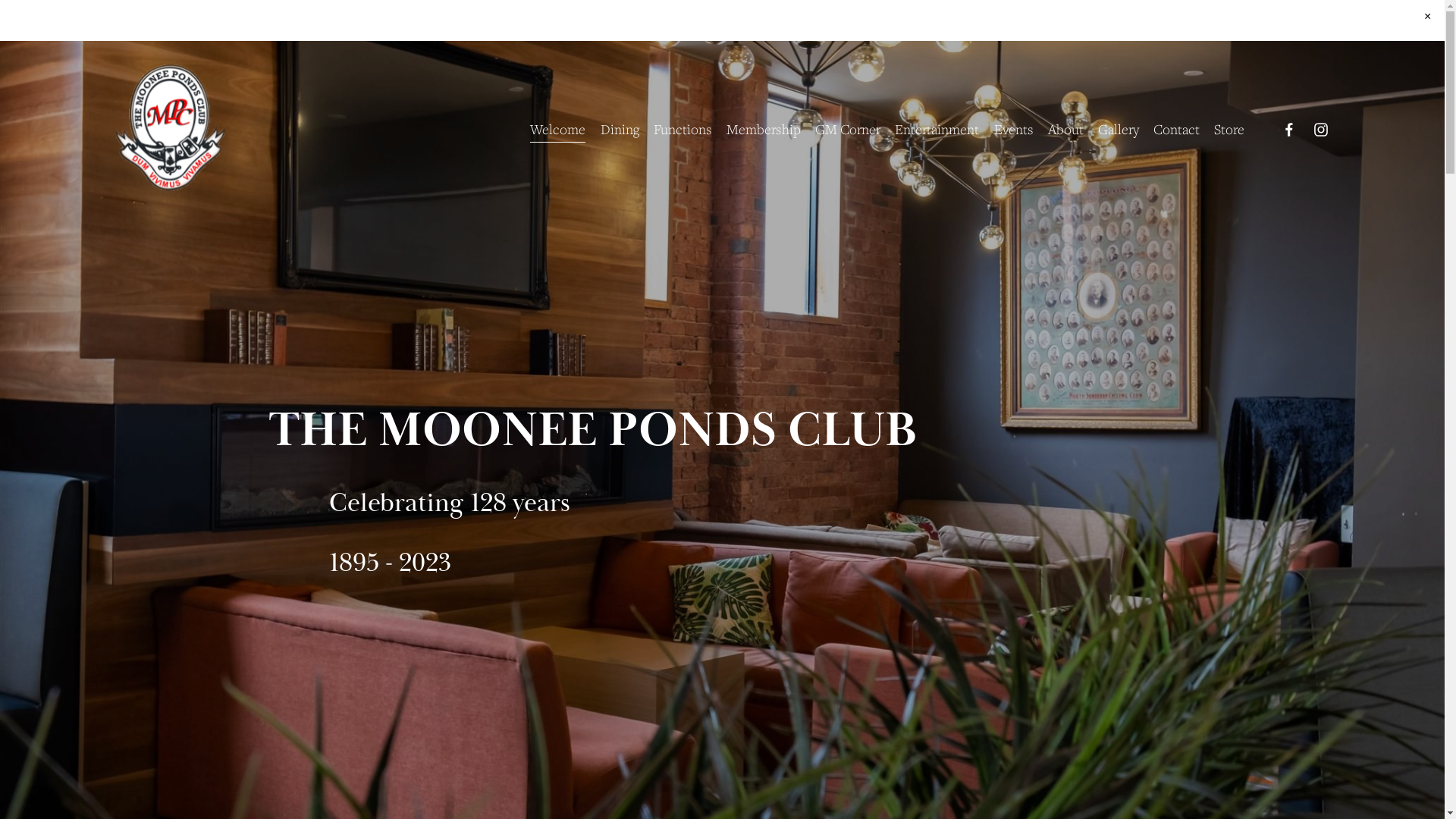 This screenshot has height=819, width=1456. What do you see at coordinates (682, 128) in the screenshot?
I see `'Functions'` at bounding box center [682, 128].